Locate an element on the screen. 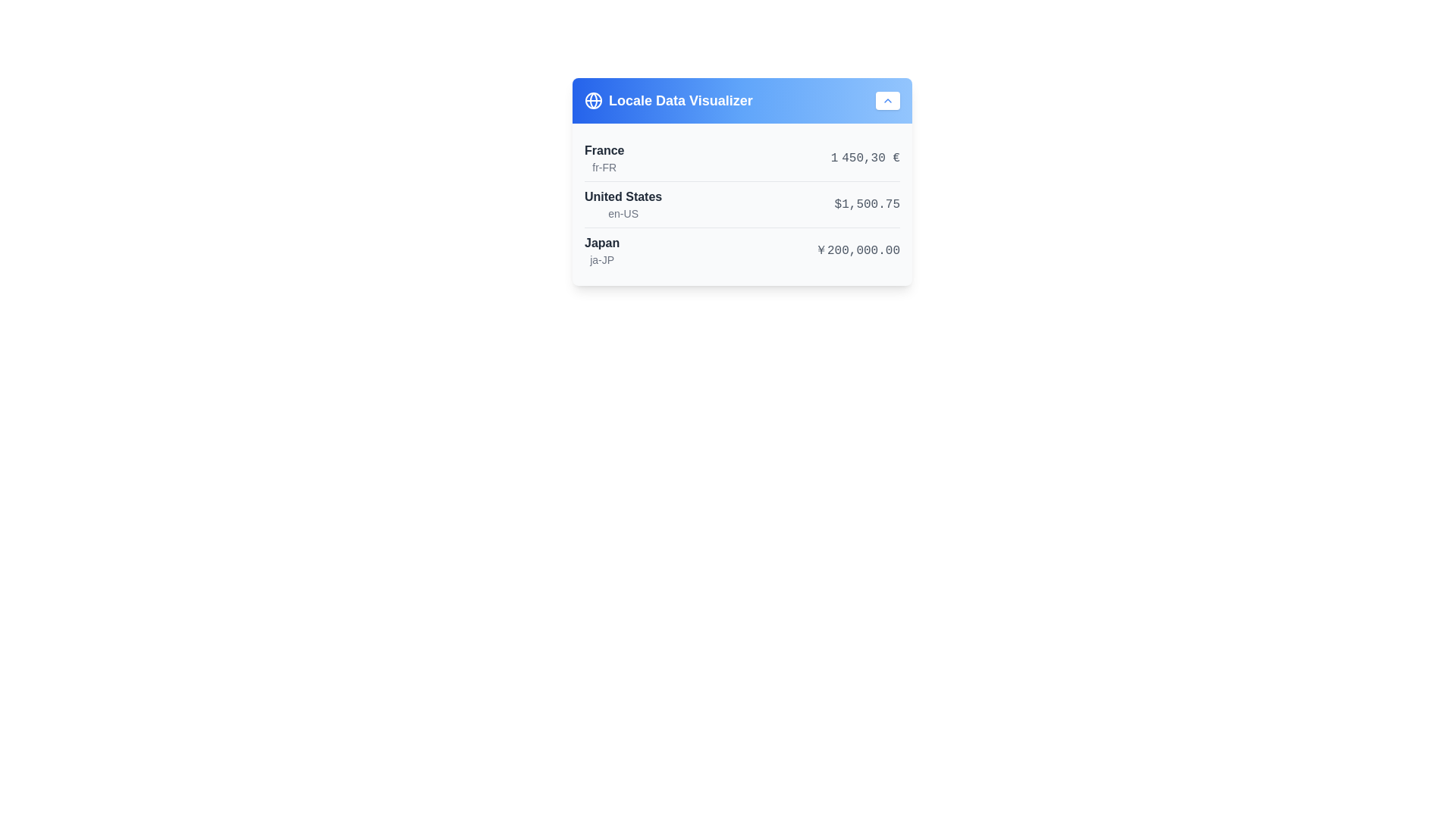  the text label displaying '￥200,000.00' in gray color, located on the right side of the 'Japan' label in the Locale Data Visualizer section is located at coordinates (858, 250).